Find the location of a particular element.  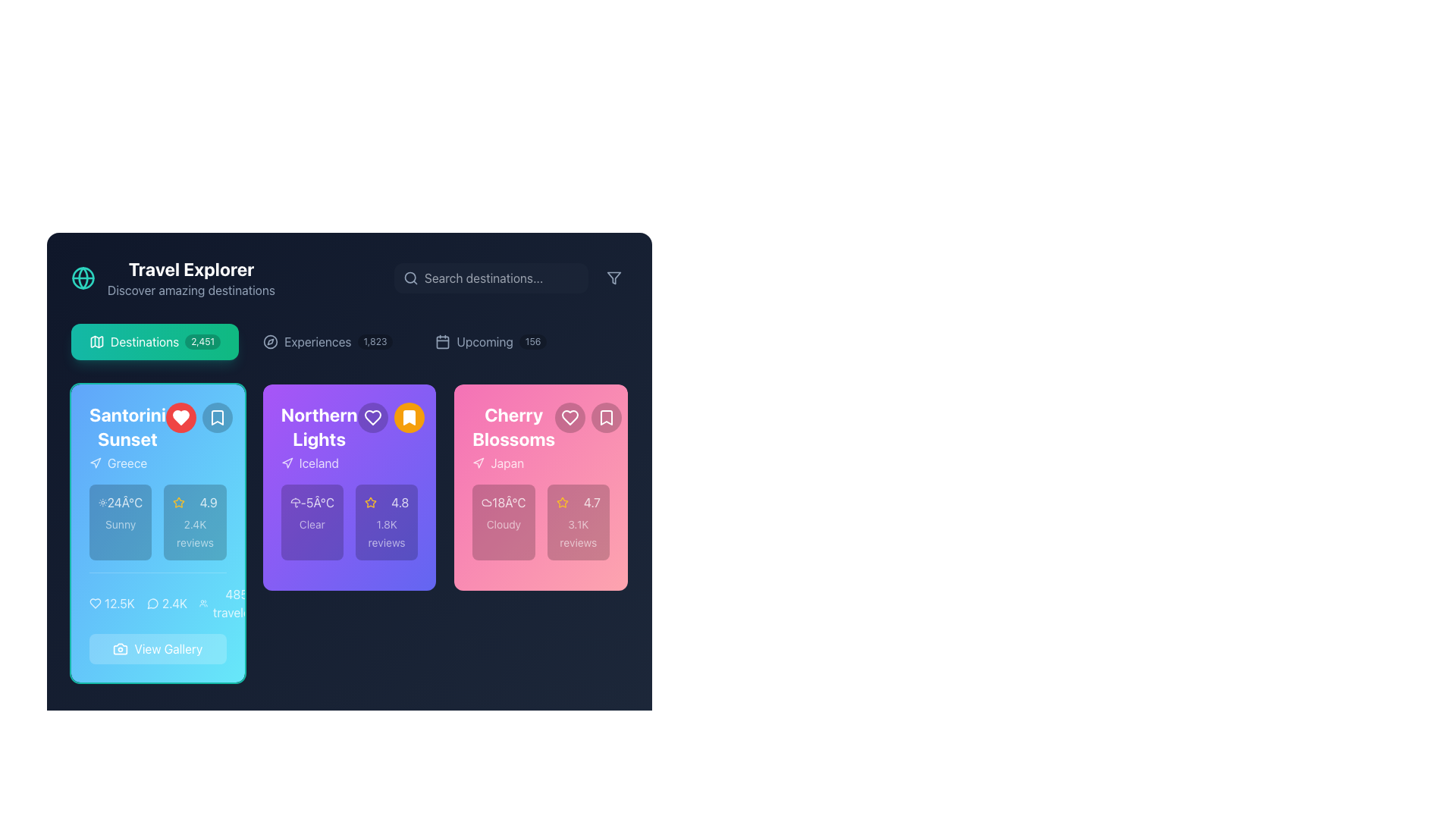

the static text label displaying '1.8K reviews', which is positioned below the star rating in the 'Northern Lights' card, set against a dark purple background is located at coordinates (387, 532).